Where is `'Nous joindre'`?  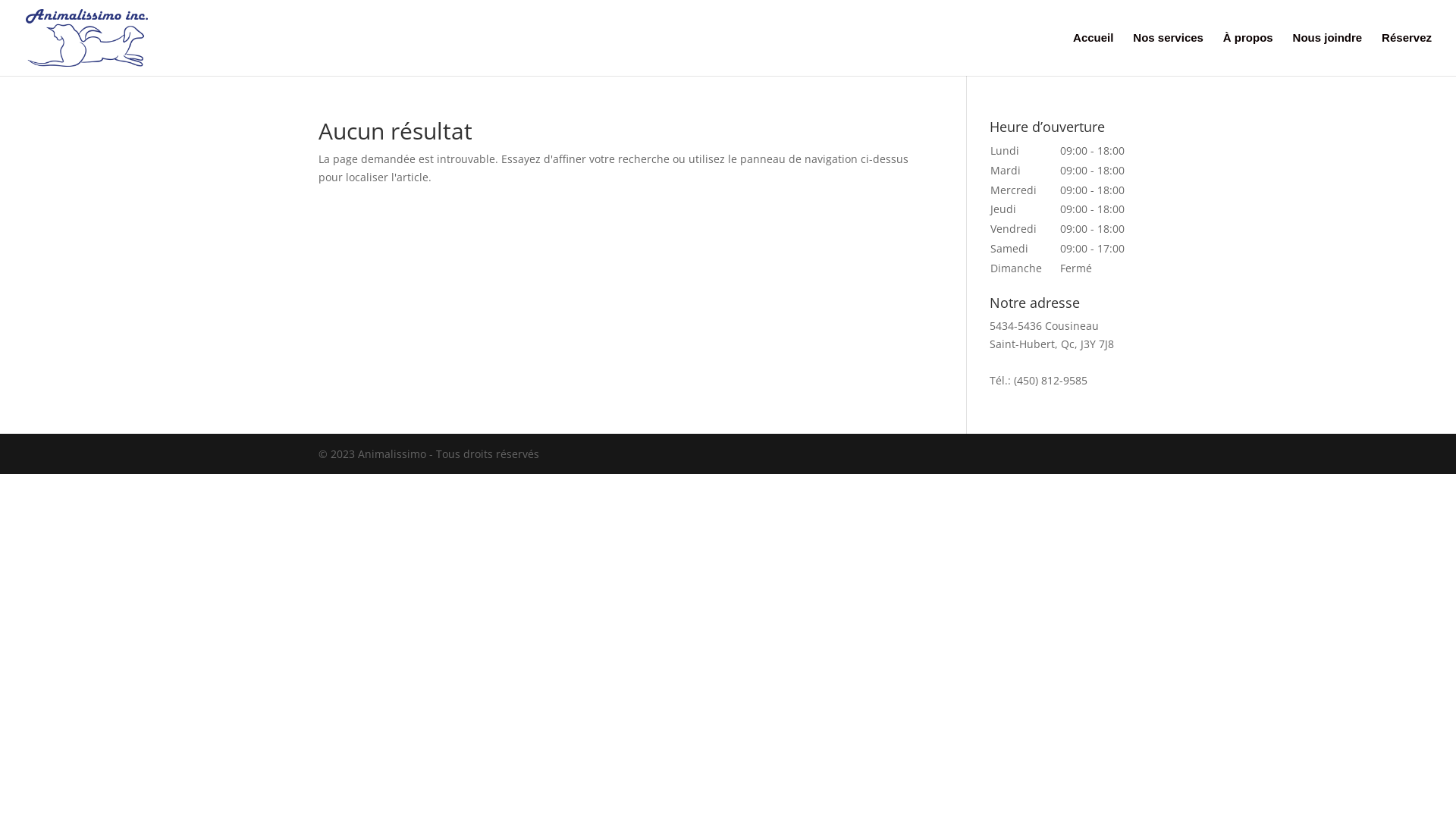 'Nous joindre' is located at coordinates (1327, 53).